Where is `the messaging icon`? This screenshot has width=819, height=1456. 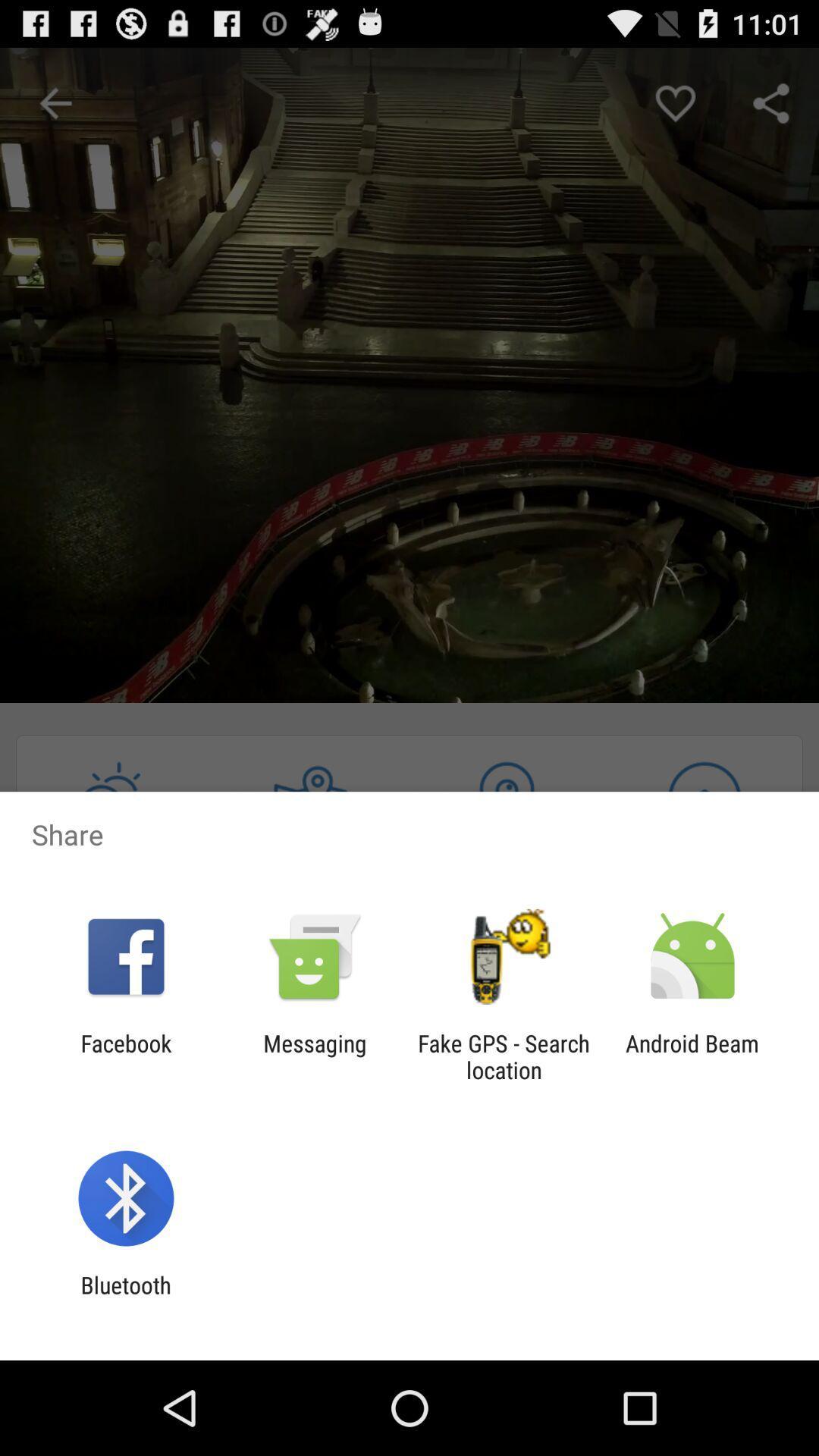 the messaging icon is located at coordinates (314, 1056).